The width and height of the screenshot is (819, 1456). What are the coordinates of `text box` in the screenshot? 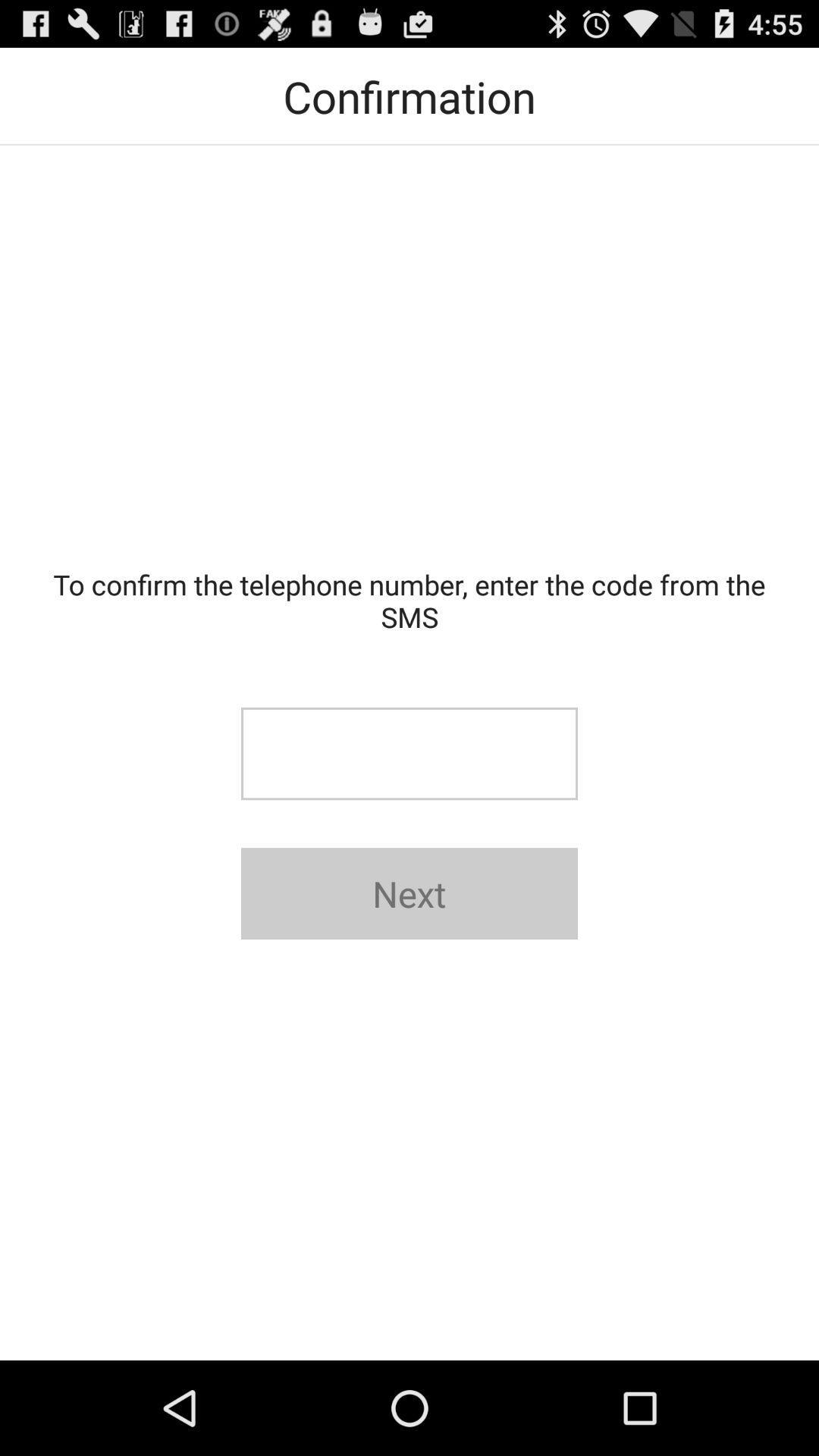 It's located at (409, 754).